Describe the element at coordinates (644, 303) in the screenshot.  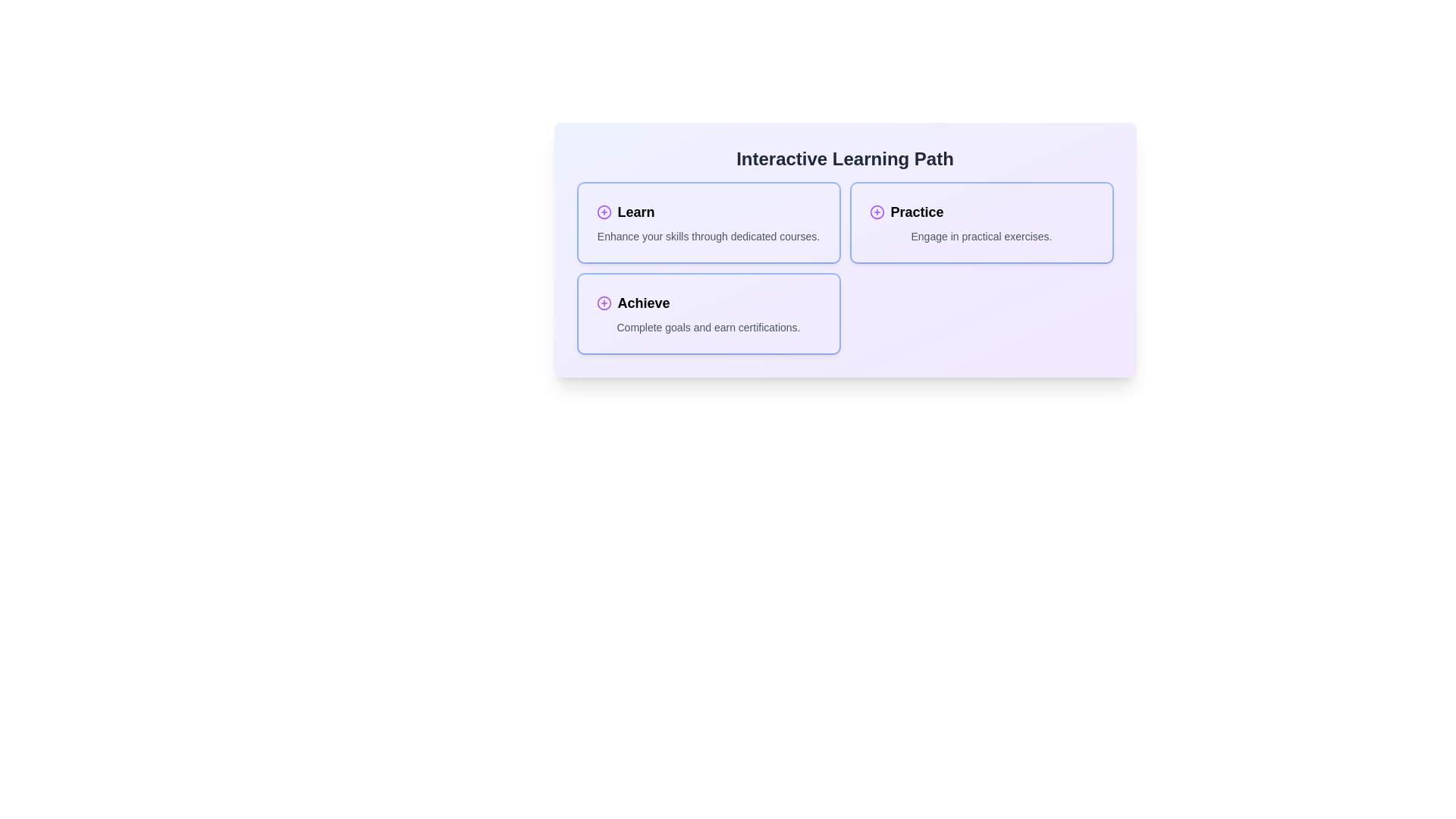
I see `the 'Achieve' text element, which is styled in bold and is positioned in a light purple card, adjacent to a plus icon` at that location.